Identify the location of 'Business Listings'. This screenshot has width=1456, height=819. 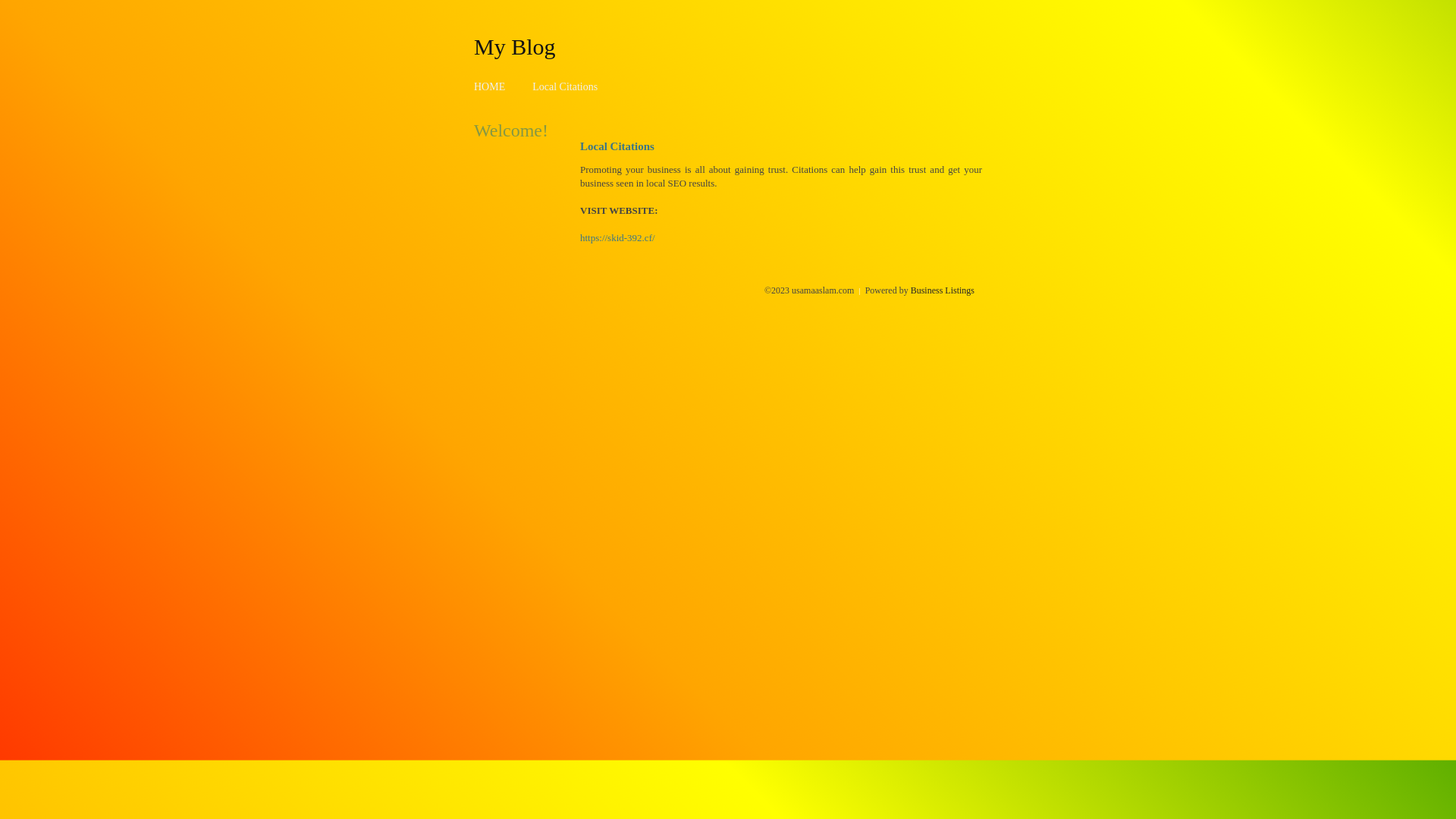
(942, 290).